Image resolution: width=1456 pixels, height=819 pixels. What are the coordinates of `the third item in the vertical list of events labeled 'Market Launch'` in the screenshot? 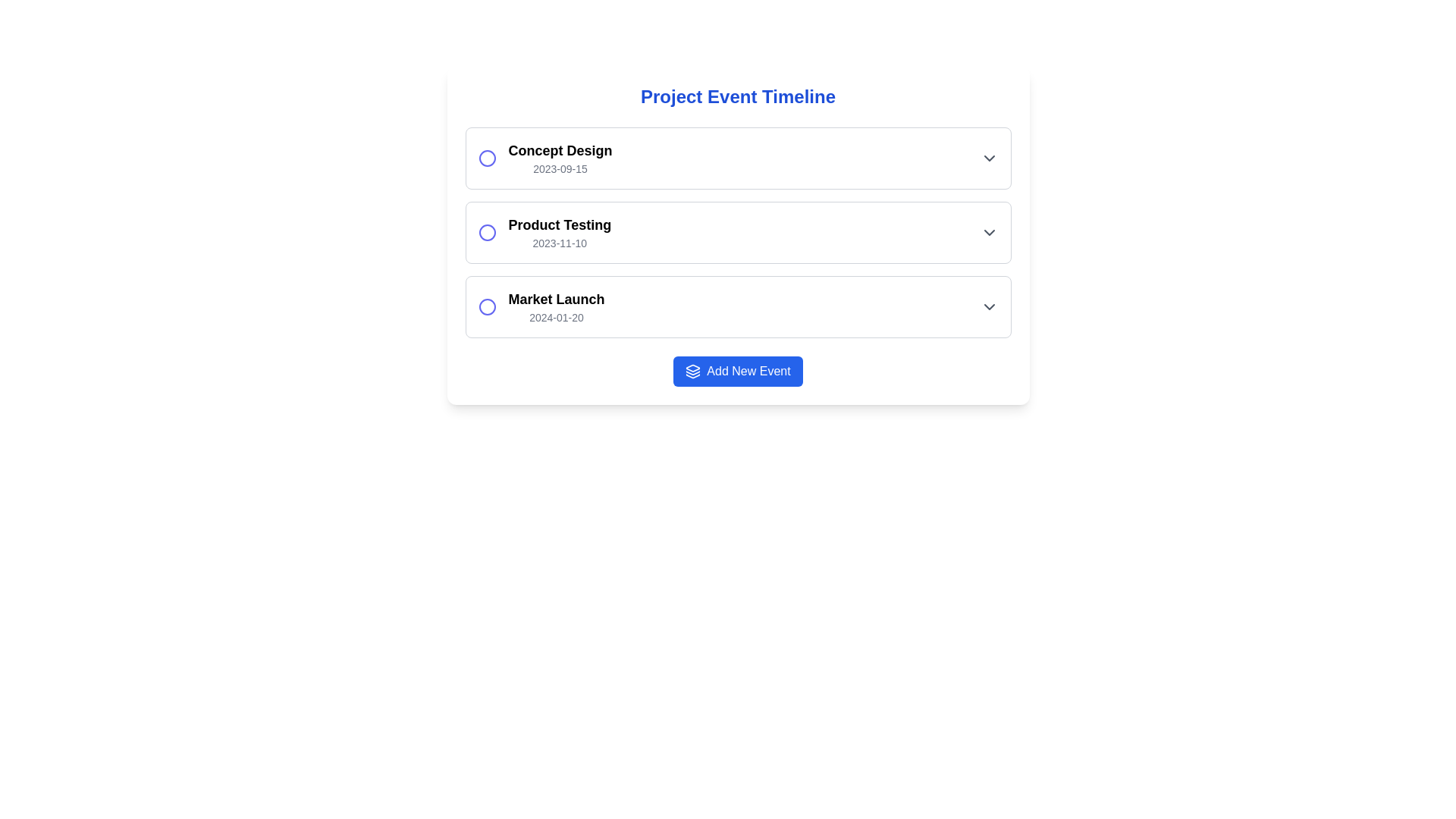 It's located at (738, 307).